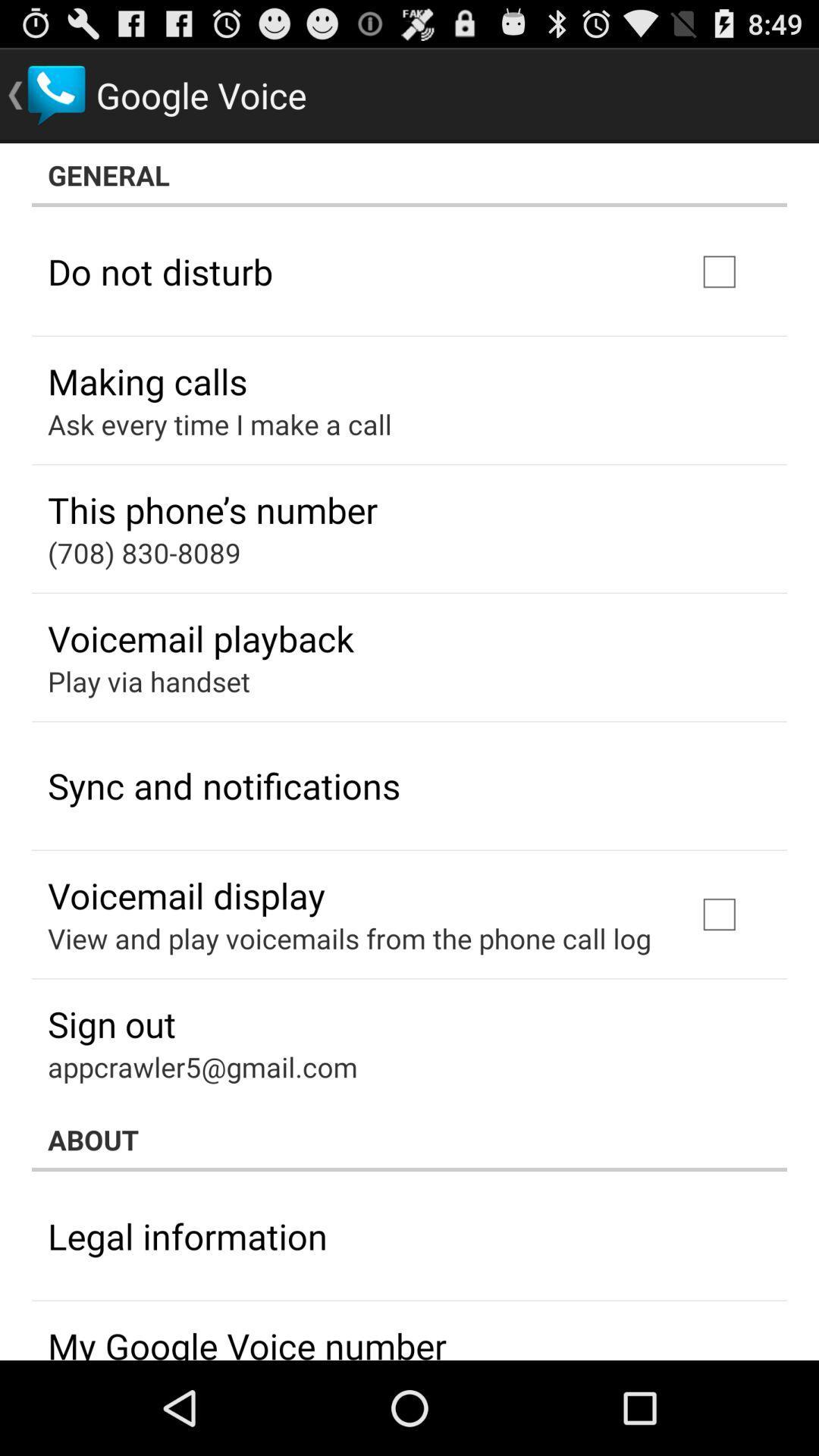 Image resolution: width=819 pixels, height=1456 pixels. What do you see at coordinates (147, 381) in the screenshot?
I see `making calls app` at bounding box center [147, 381].